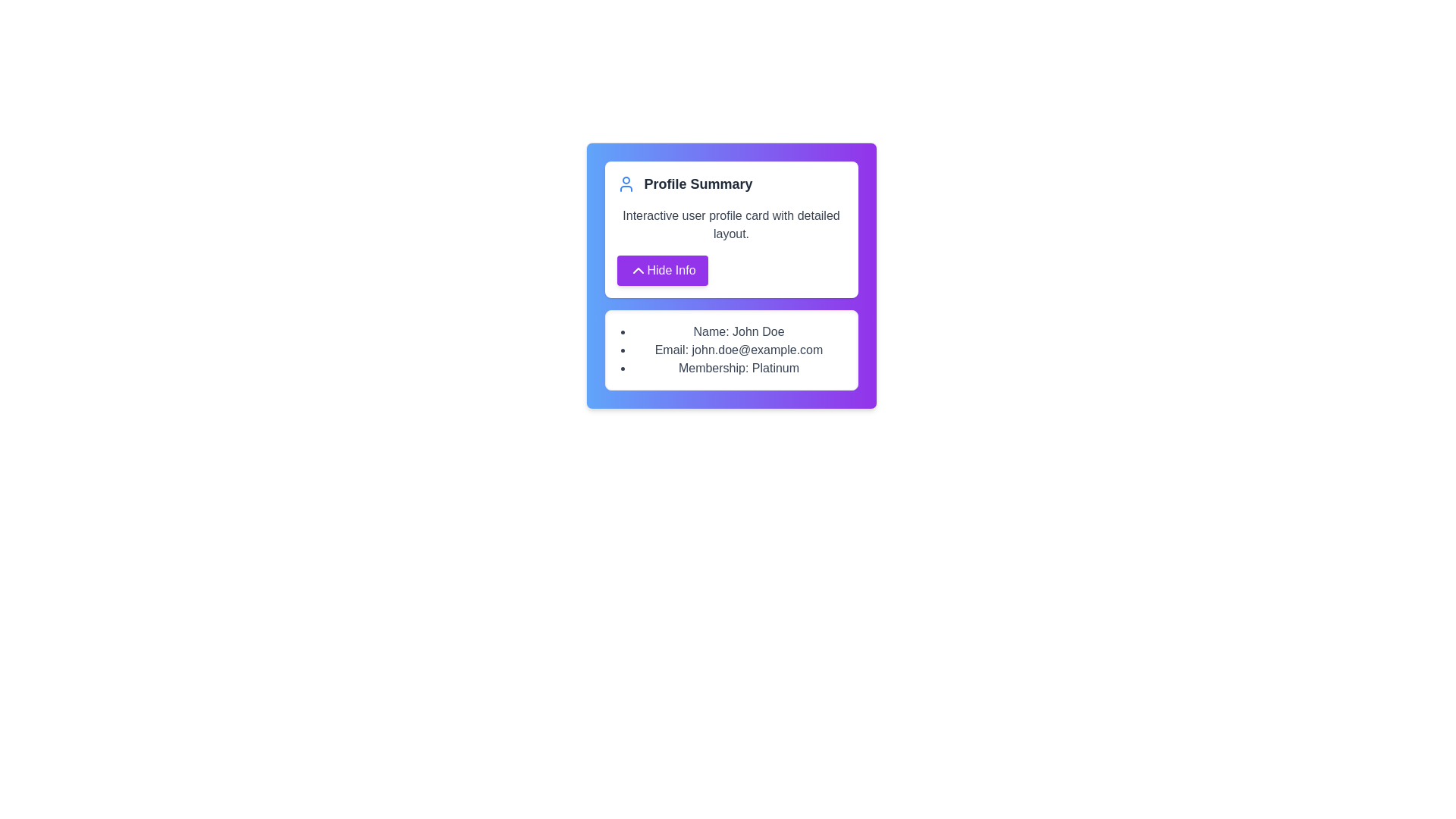 This screenshot has height=819, width=1456. I want to click on text label of the button that hides additional user information, located at the center-right side of the button below the 'Profile Summary' heading, so click(670, 270).